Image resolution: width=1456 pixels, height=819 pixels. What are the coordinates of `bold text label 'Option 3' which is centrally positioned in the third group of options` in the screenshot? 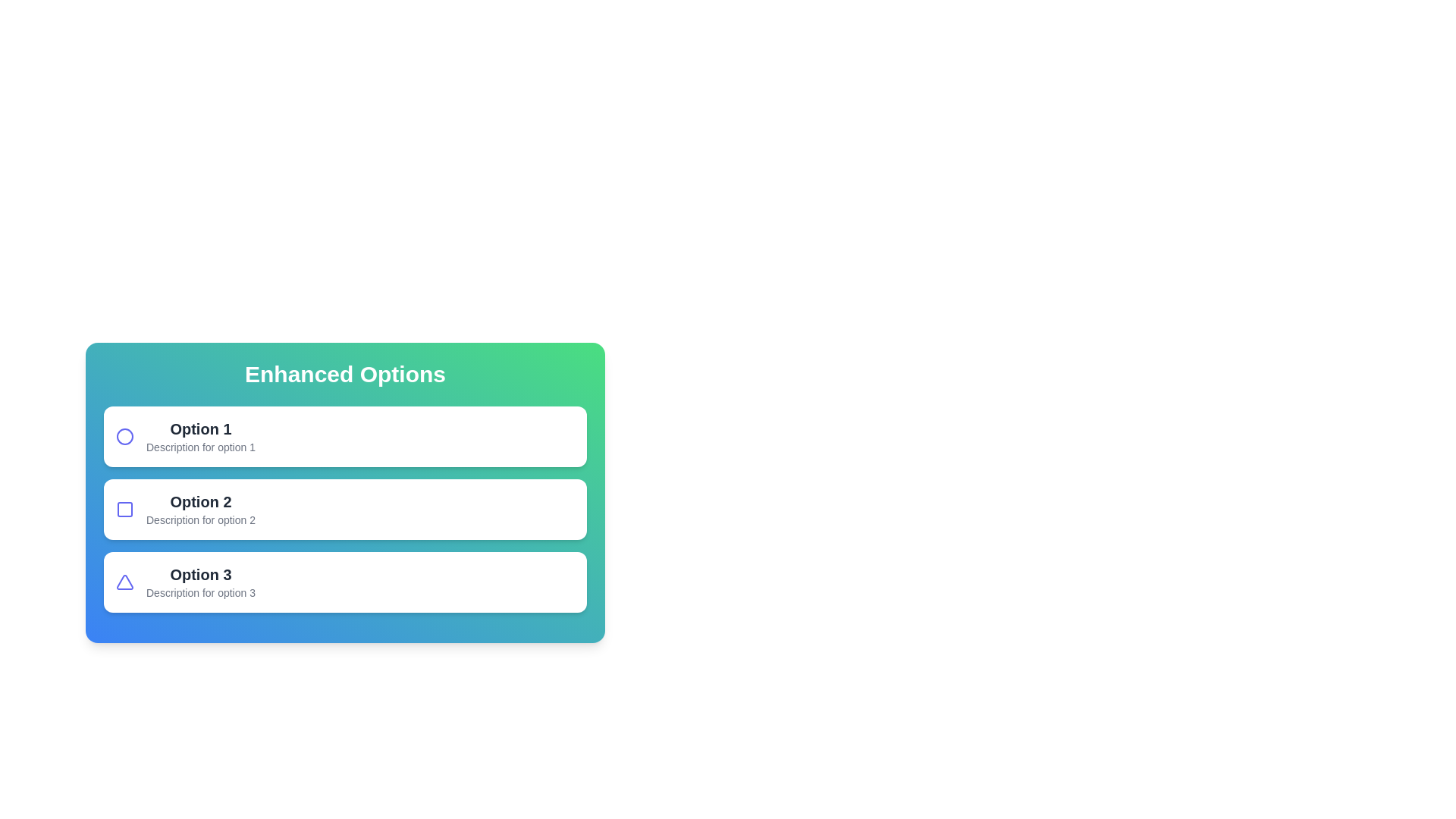 It's located at (199, 575).